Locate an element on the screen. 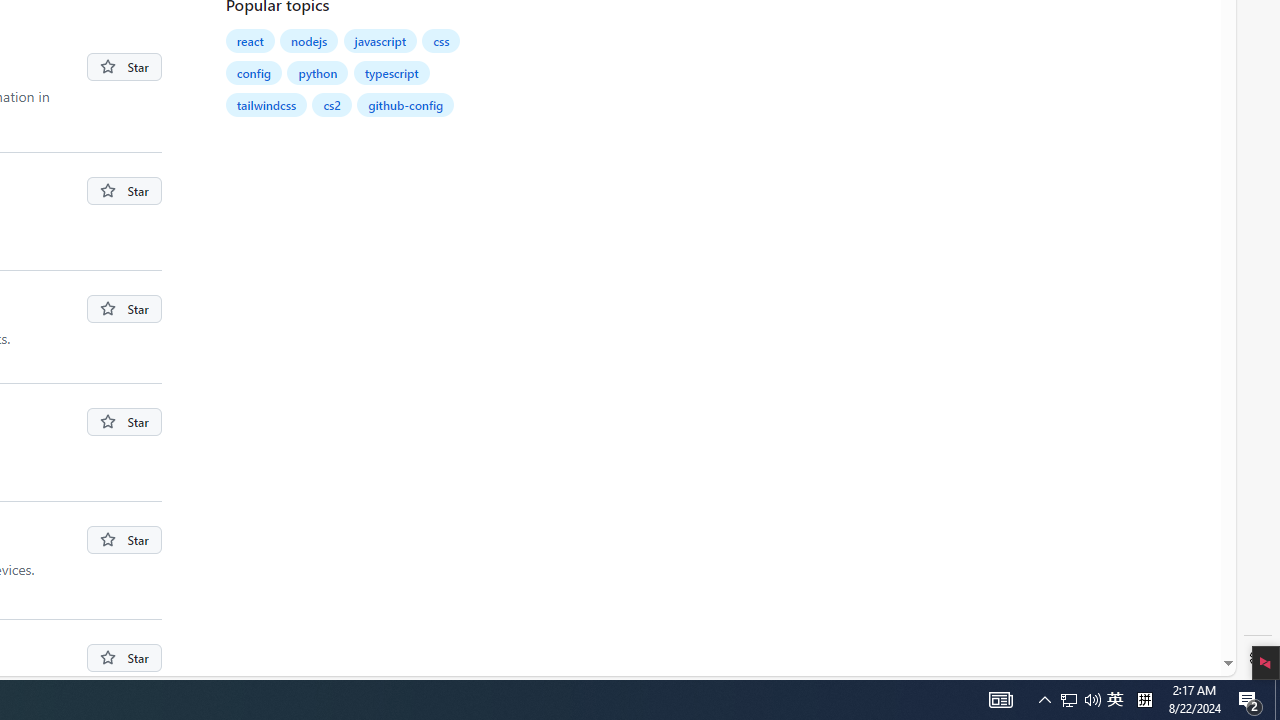 This screenshot has width=1280, height=720. 'python' is located at coordinates (317, 72).